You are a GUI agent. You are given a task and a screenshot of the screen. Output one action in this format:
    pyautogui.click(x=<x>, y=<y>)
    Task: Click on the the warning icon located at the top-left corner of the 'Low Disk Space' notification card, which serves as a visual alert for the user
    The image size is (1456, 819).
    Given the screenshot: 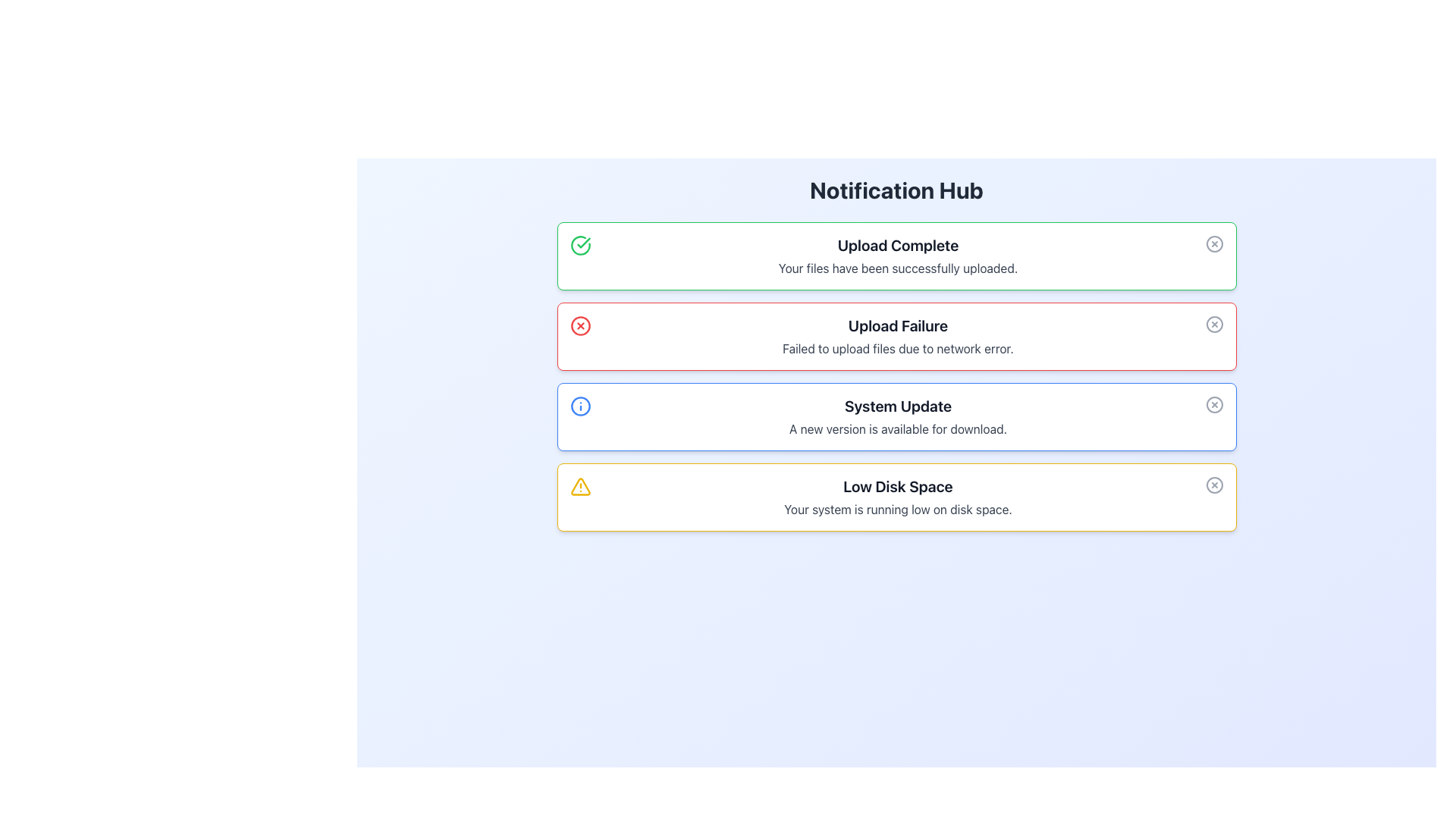 What is the action you would take?
    pyautogui.click(x=579, y=486)
    